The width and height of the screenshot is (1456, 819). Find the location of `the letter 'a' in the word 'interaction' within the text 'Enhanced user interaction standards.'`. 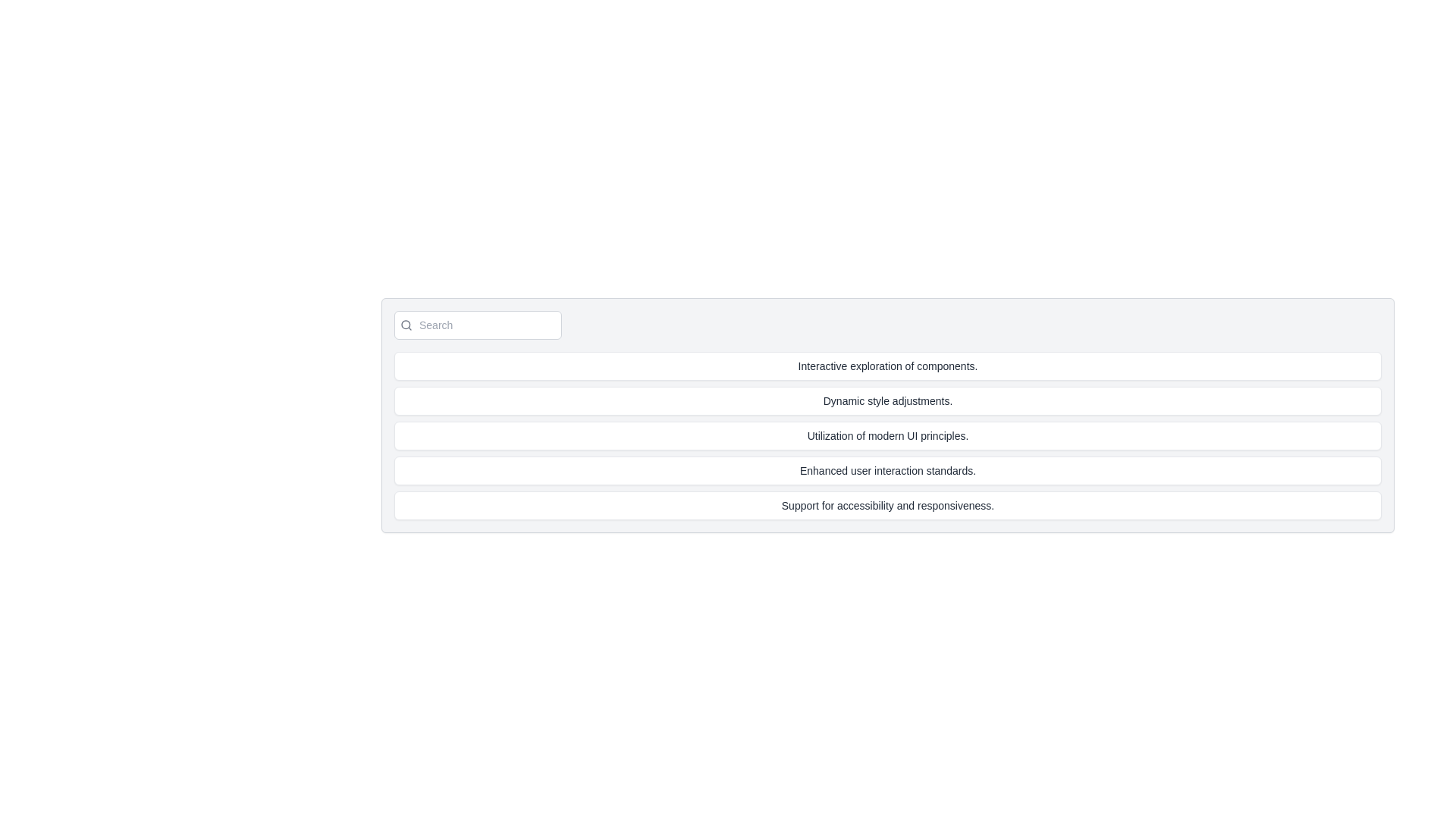

the letter 'a' in the word 'interaction' within the text 'Enhanced user interaction standards.' is located at coordinates (898, 470).